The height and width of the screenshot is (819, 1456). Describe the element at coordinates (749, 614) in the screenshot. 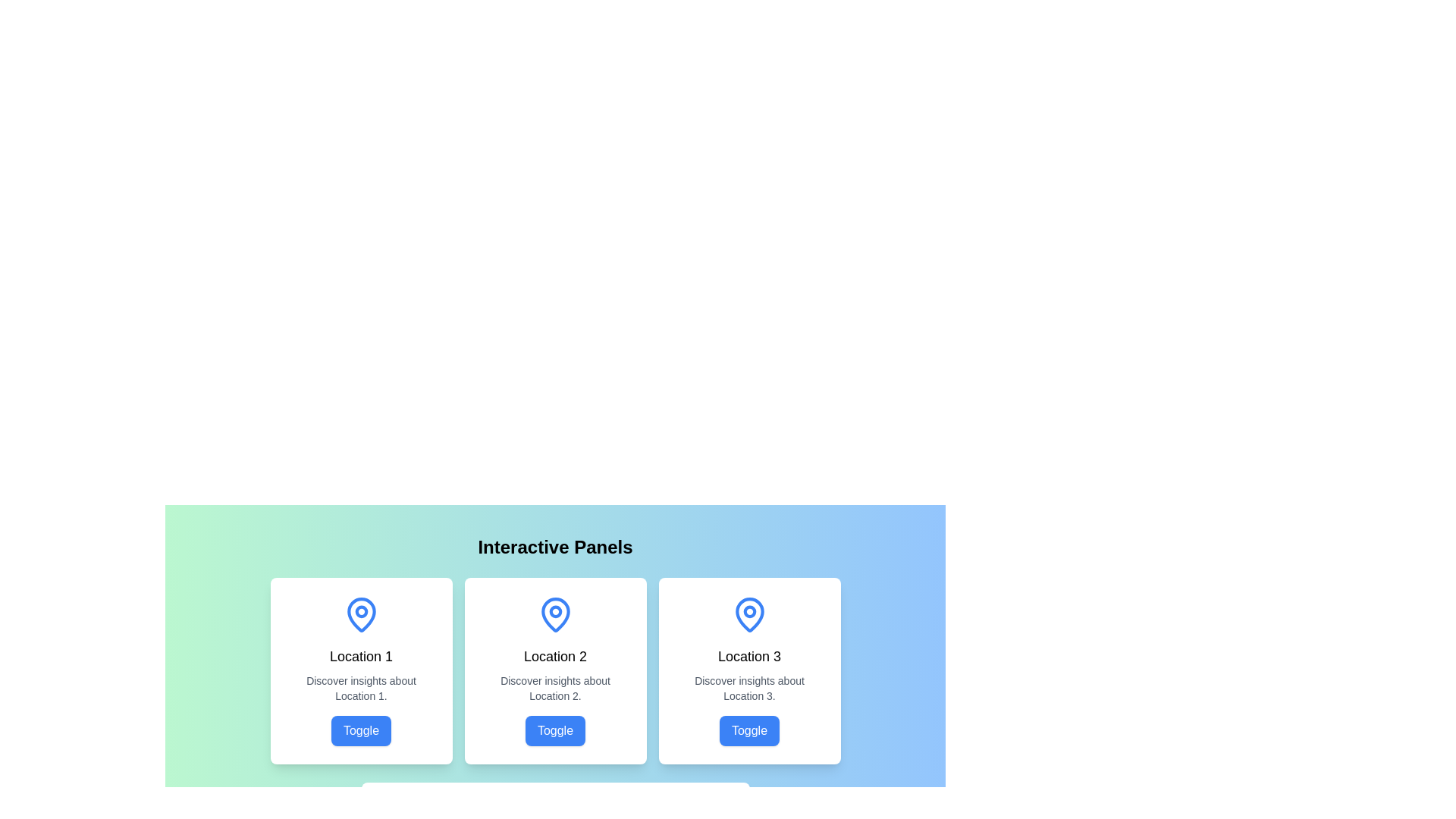

I see `the blue pin icon located at the top center of the card labeled 'Location 3', which is above the text sections and aligned centrally within the card` at that location.